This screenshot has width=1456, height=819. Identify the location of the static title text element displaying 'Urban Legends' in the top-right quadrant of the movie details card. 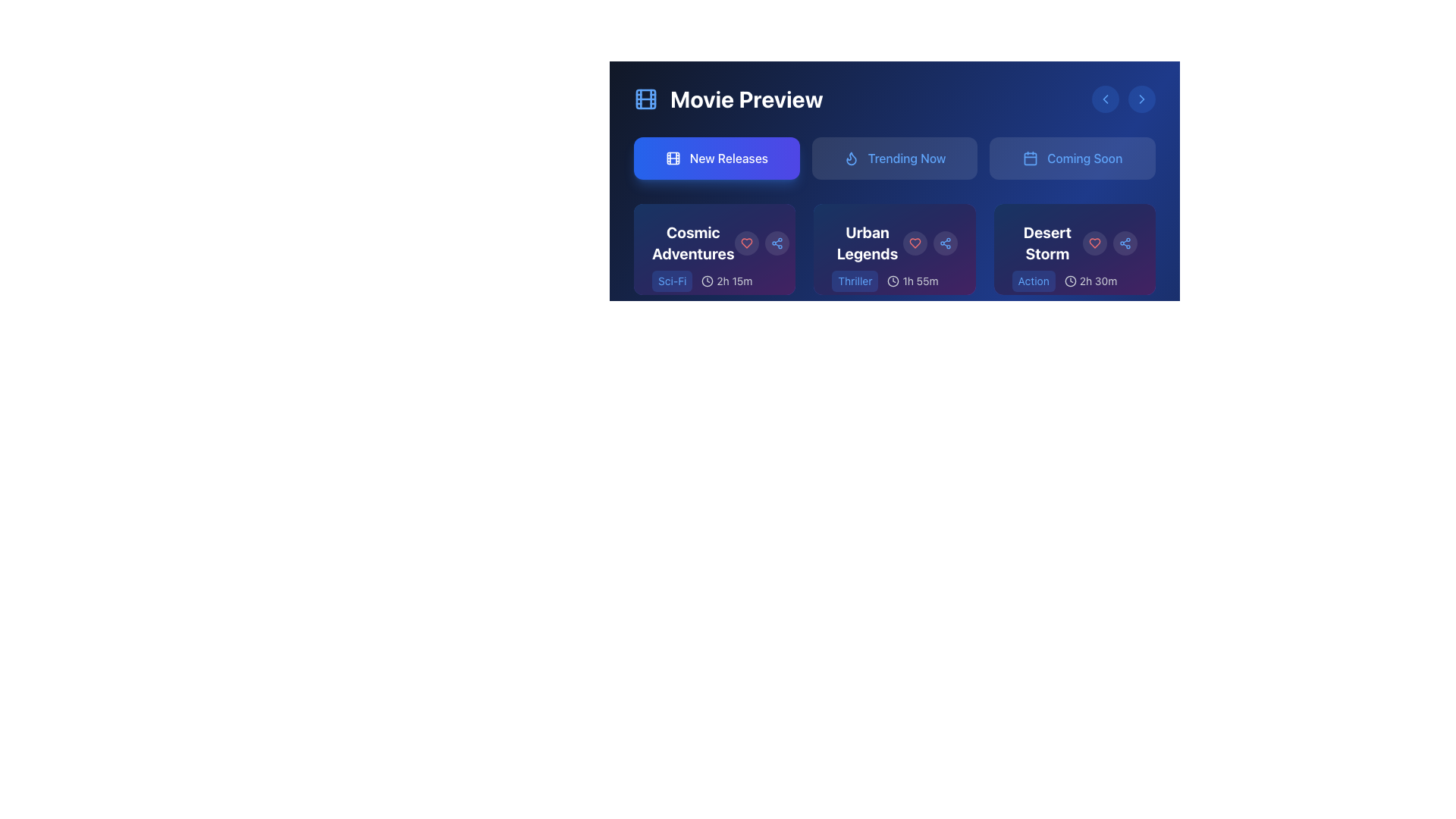
(895, 242).